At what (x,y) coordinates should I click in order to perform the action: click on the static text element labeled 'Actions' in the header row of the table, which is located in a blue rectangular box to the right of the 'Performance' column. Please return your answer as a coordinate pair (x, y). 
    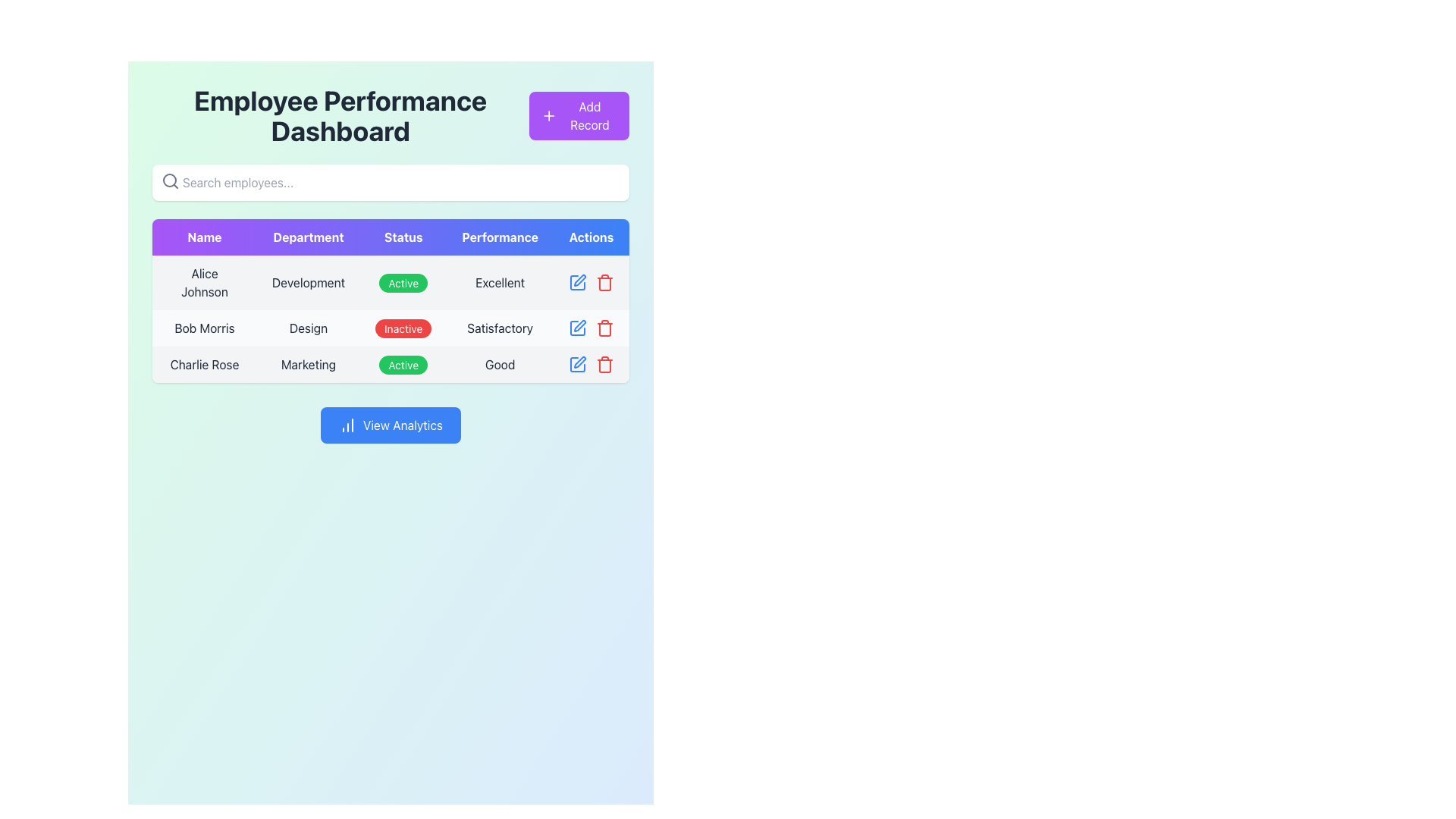
    Looking at the image, I should click on (590, 237).